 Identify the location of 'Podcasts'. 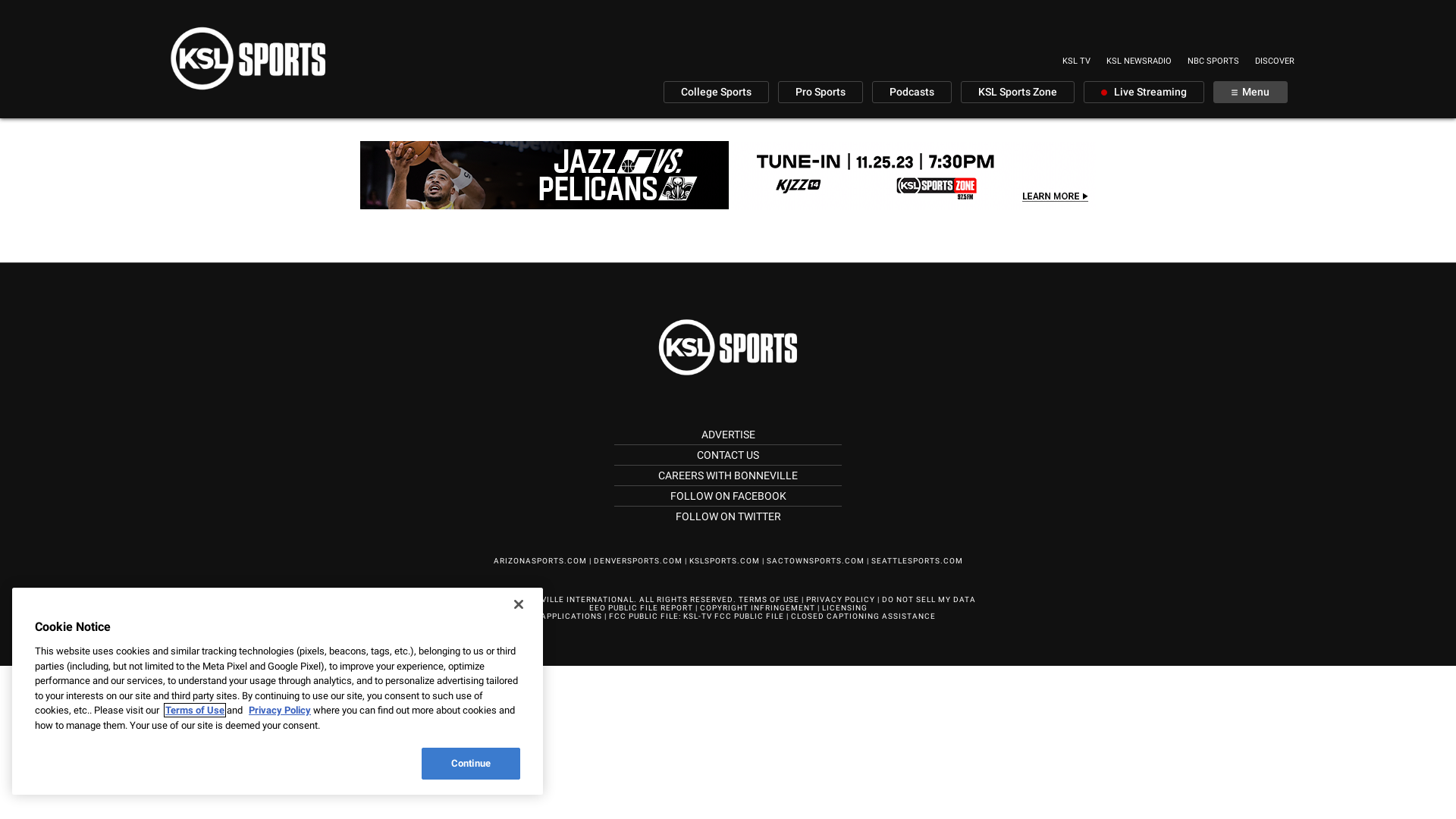
(911, 92).